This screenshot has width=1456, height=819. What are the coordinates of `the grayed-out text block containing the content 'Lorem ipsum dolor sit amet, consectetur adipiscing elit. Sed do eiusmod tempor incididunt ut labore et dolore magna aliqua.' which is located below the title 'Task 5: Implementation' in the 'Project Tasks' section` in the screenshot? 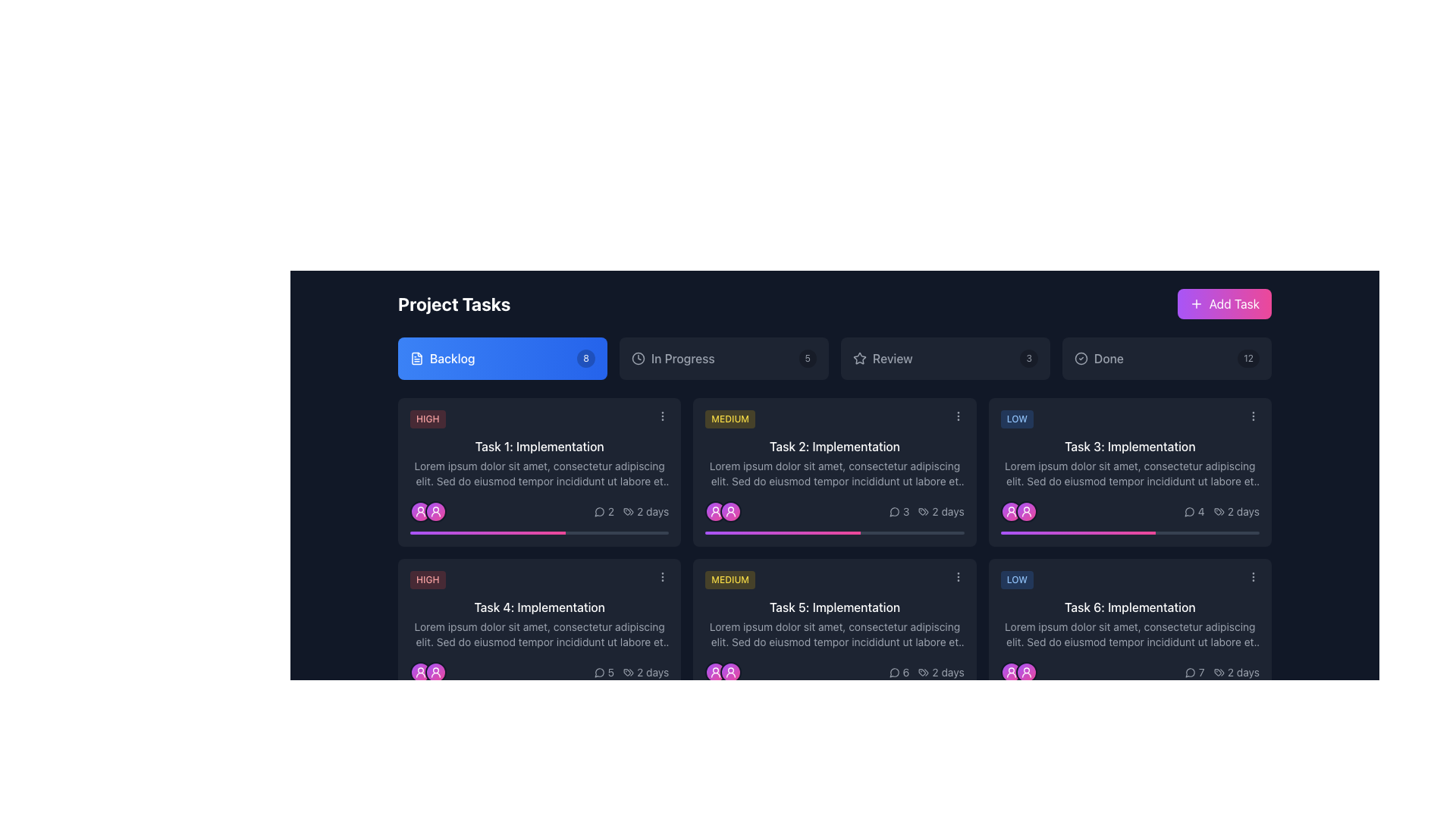 It's located at (833, 635).